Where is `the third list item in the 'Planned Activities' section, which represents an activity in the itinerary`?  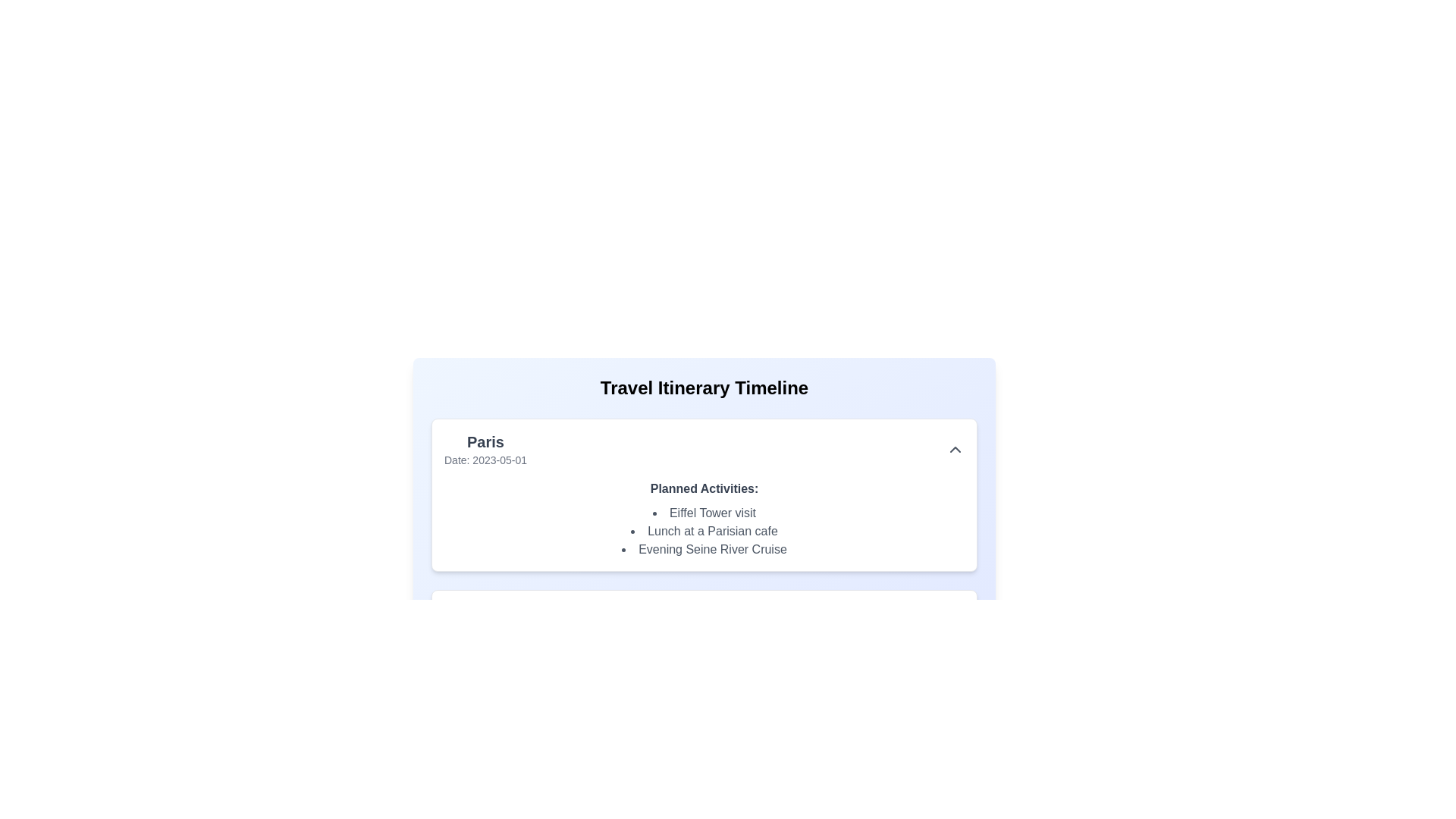
the third list item in the 'Planned Activities' section, which represents an activity in the itinerary is located at coordinates (704, 550).